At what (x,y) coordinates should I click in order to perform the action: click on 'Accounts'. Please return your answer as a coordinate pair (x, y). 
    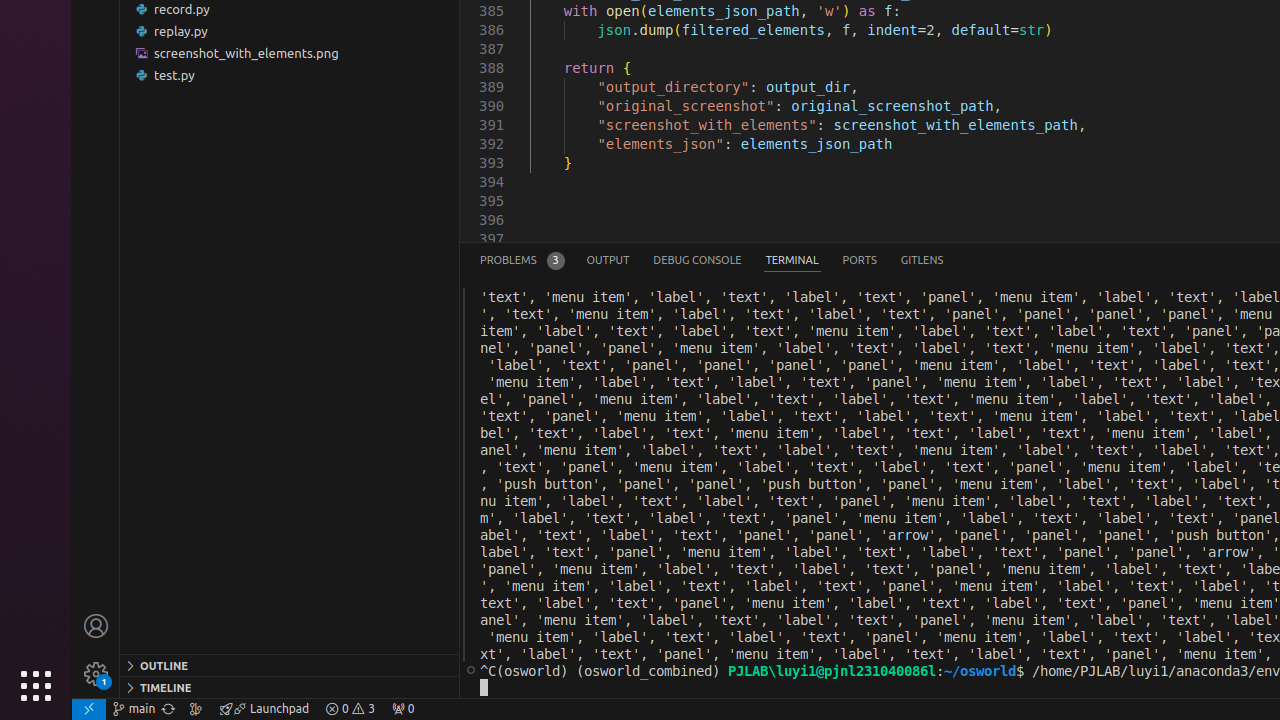
    Looking at the image, I should click on (95, 624).